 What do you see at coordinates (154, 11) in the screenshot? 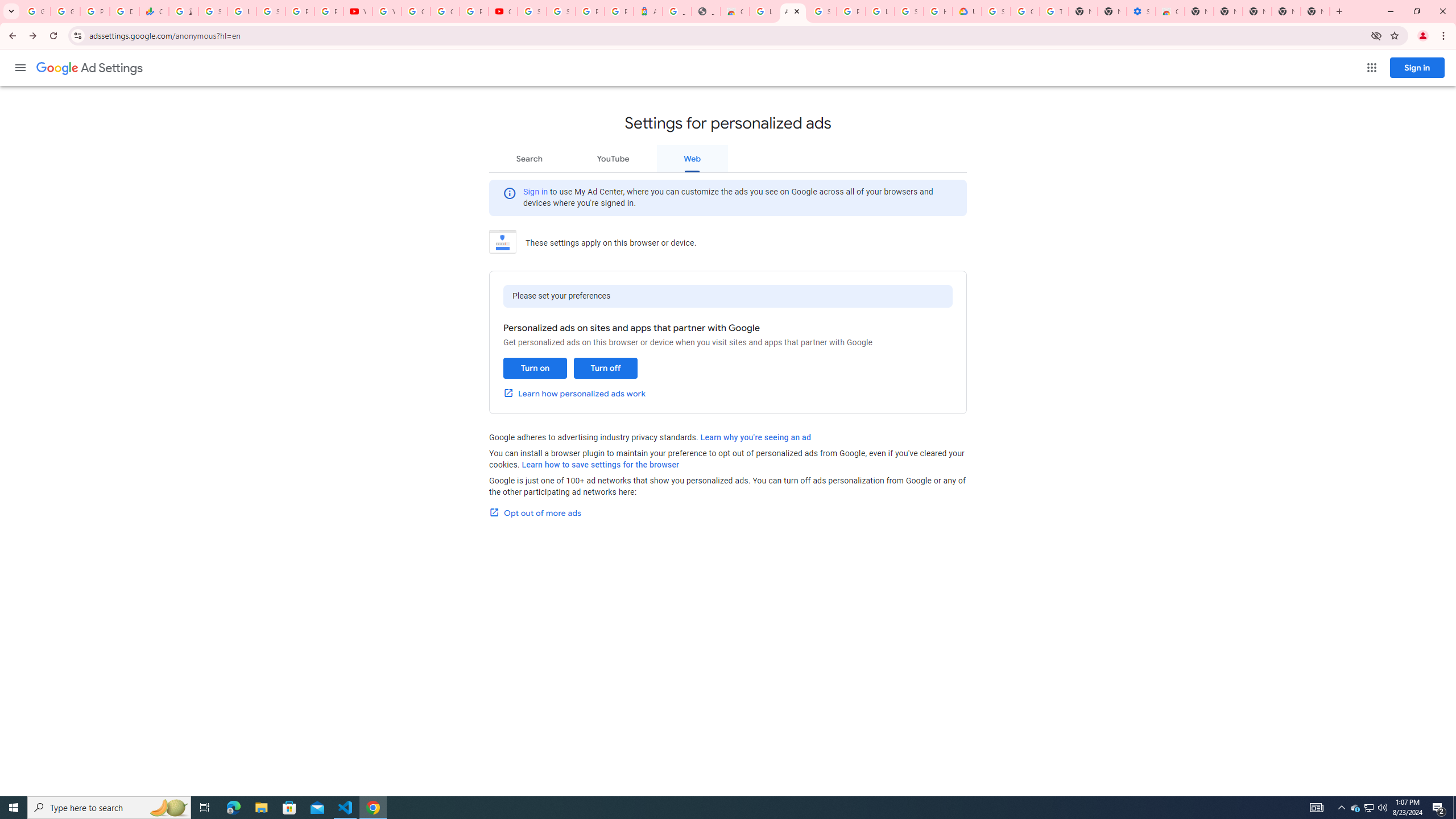
I see `'Currencies - Google Finance'` at bounding box center [154, 11].